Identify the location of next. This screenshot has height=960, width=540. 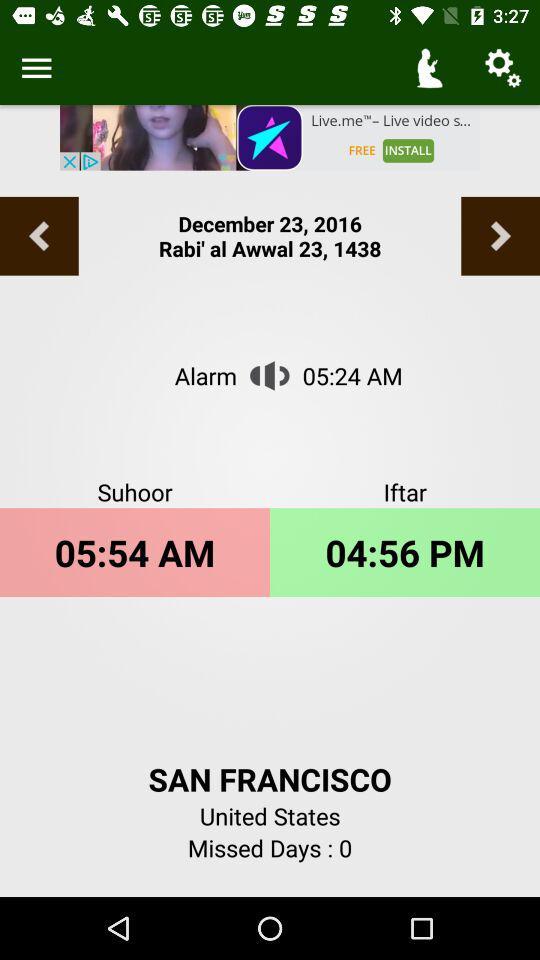
(499, 236).